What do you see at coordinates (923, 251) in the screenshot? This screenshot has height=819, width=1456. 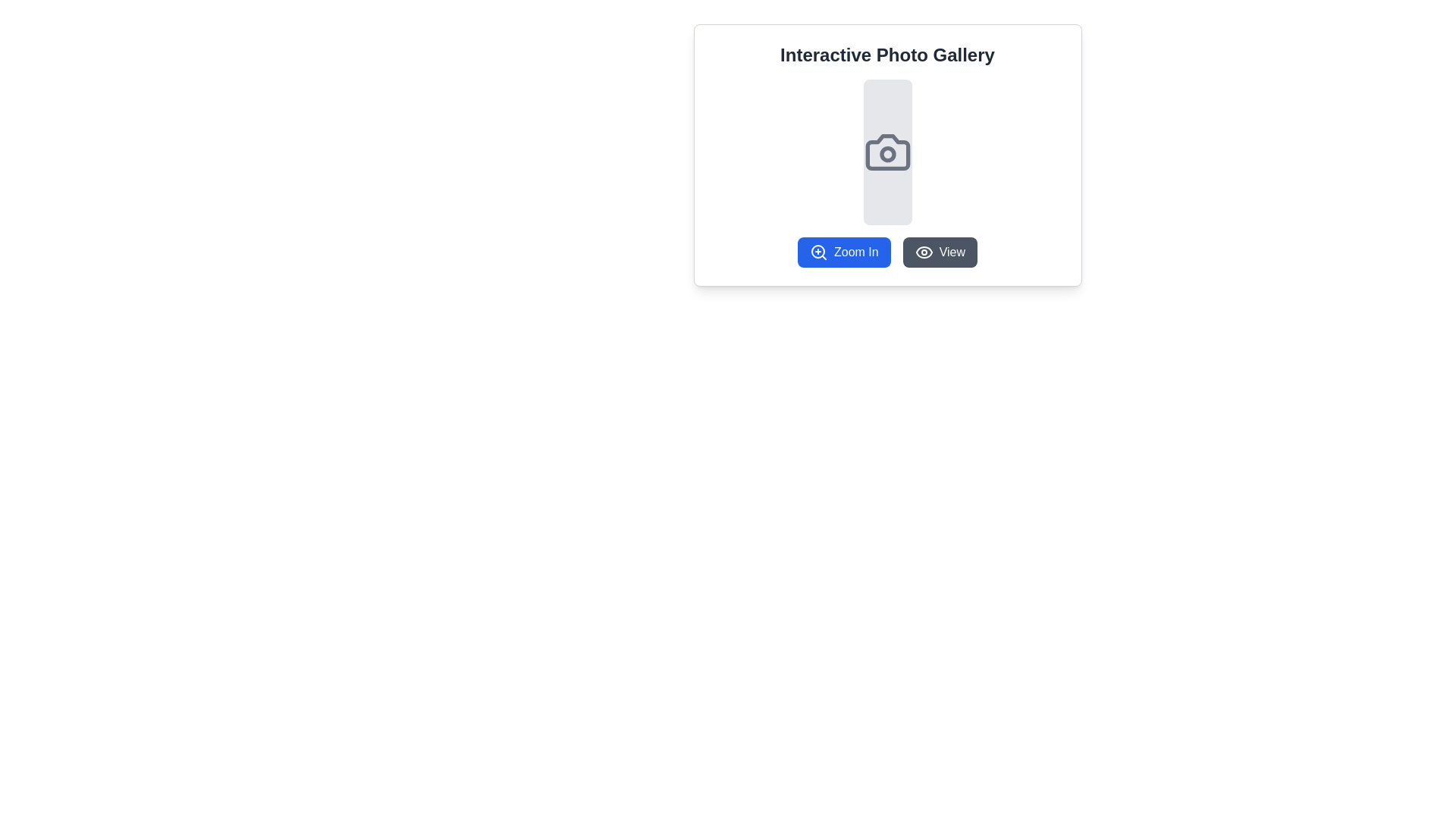 I see `the stylized eye icon located within the 'View' button at the bottom-right part of the interface, next to the blue 'Zoom In' button` at bounding box center [923, 251].